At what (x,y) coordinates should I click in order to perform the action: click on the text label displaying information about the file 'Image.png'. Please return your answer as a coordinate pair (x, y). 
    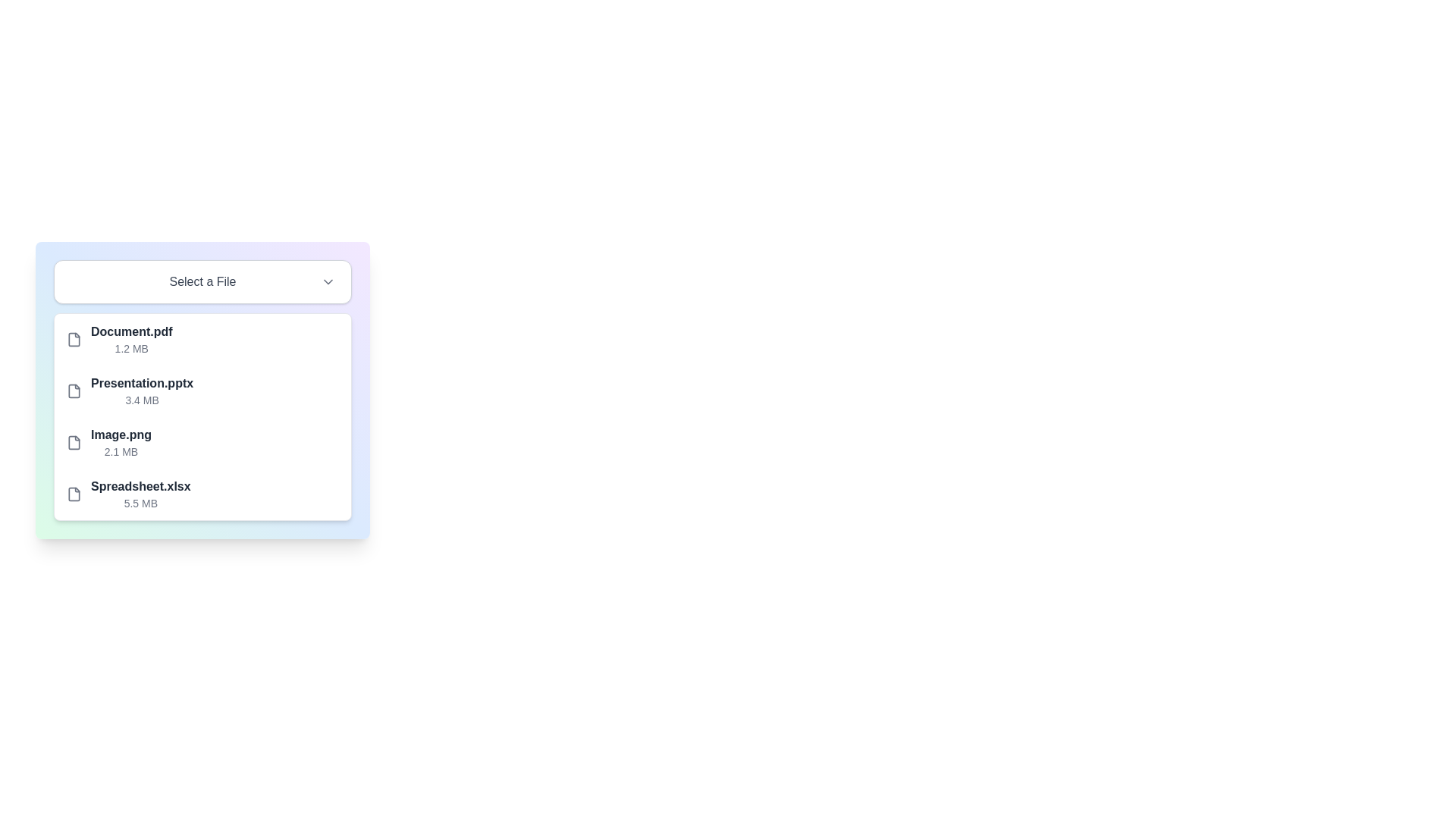
    Looking at the image, I should click on (120, 442).